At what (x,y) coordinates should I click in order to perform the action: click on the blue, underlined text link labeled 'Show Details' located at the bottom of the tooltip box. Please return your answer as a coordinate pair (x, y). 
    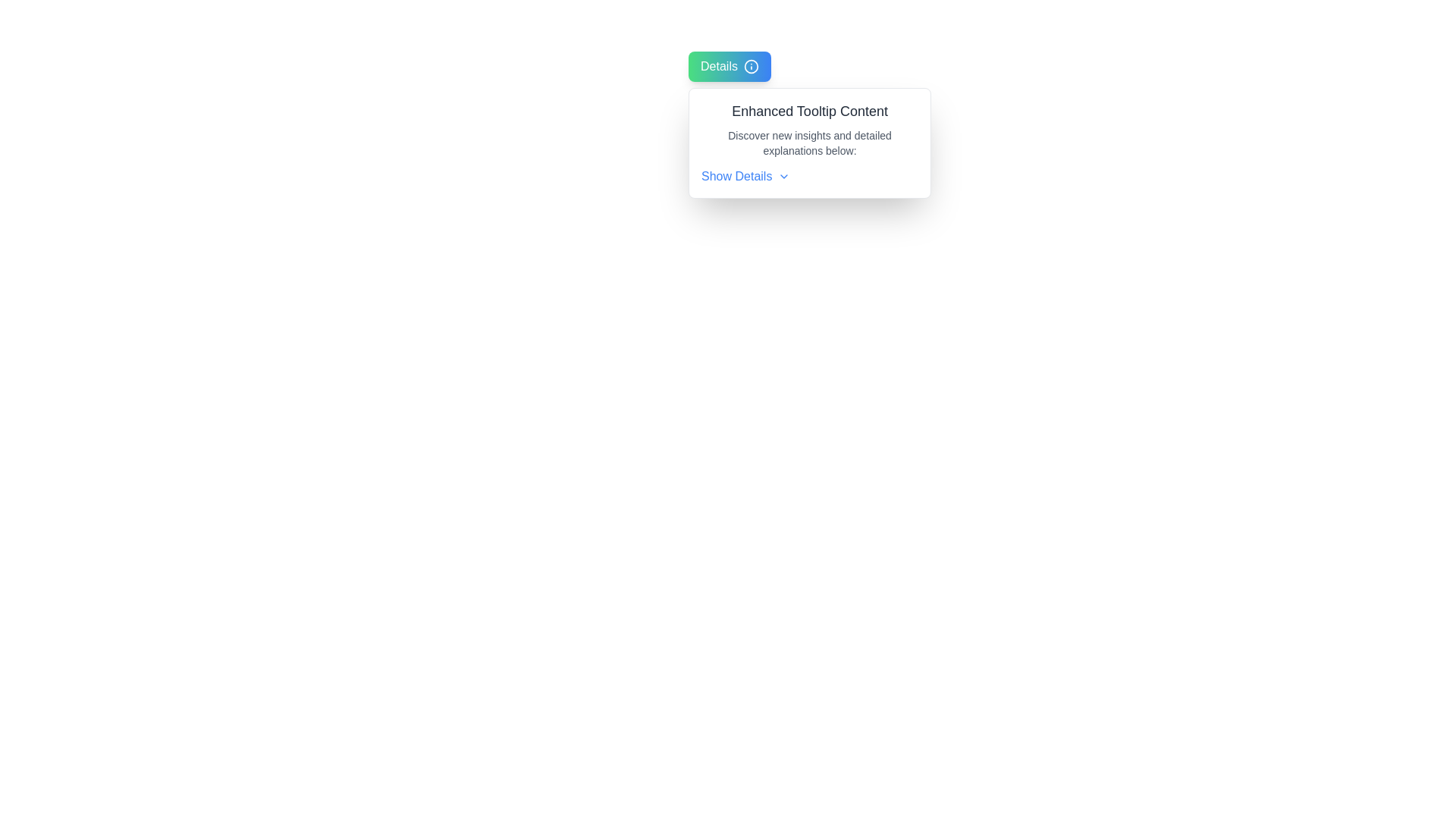
    Looking at the image, I should click on (745, 175).